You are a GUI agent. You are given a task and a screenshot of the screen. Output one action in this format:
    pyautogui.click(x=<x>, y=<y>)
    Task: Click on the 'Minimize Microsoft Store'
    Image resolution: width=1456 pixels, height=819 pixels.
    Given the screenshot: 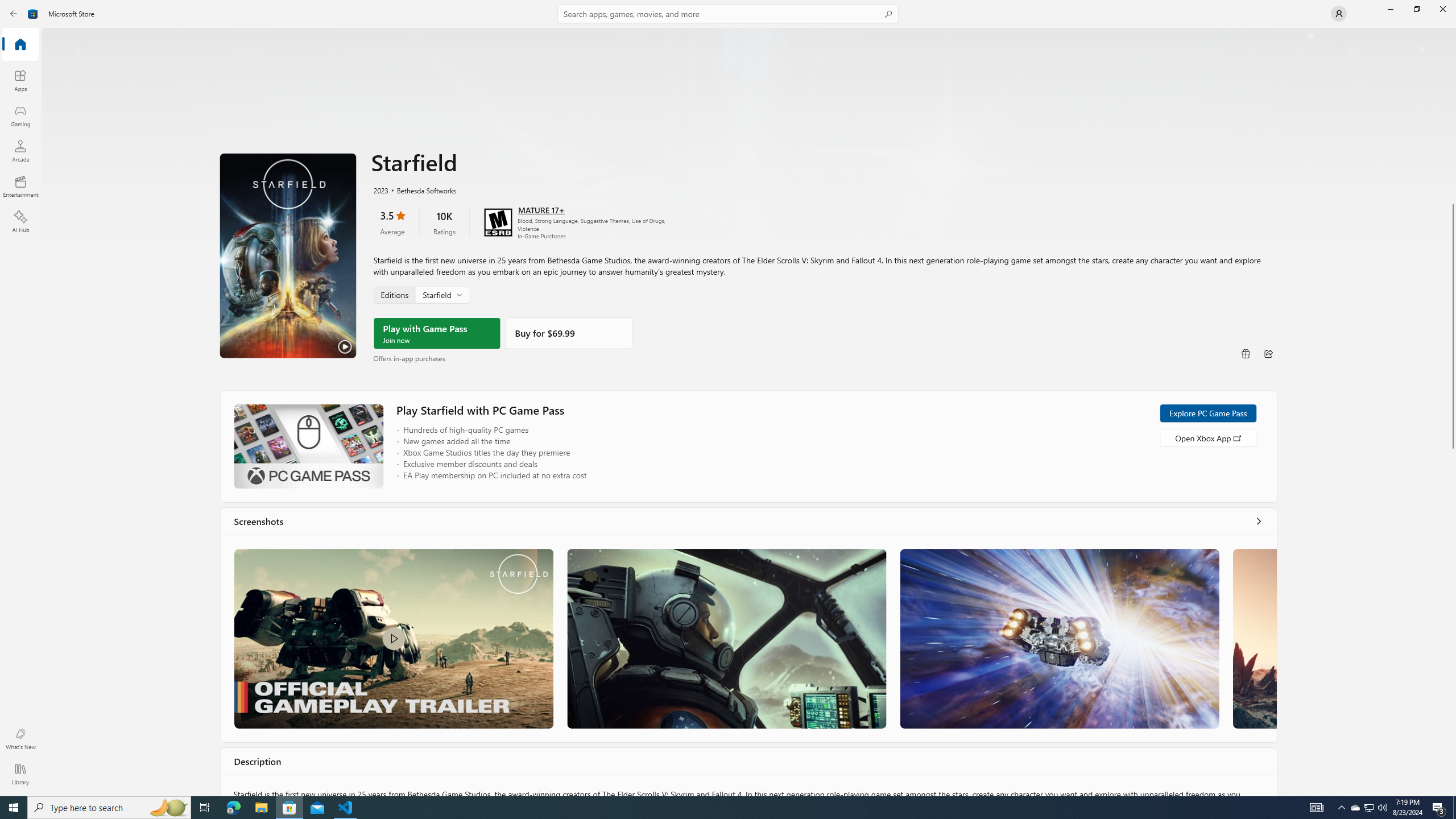 What is the action you would take?
    pyautogui.click(x=1389, y=9)
    